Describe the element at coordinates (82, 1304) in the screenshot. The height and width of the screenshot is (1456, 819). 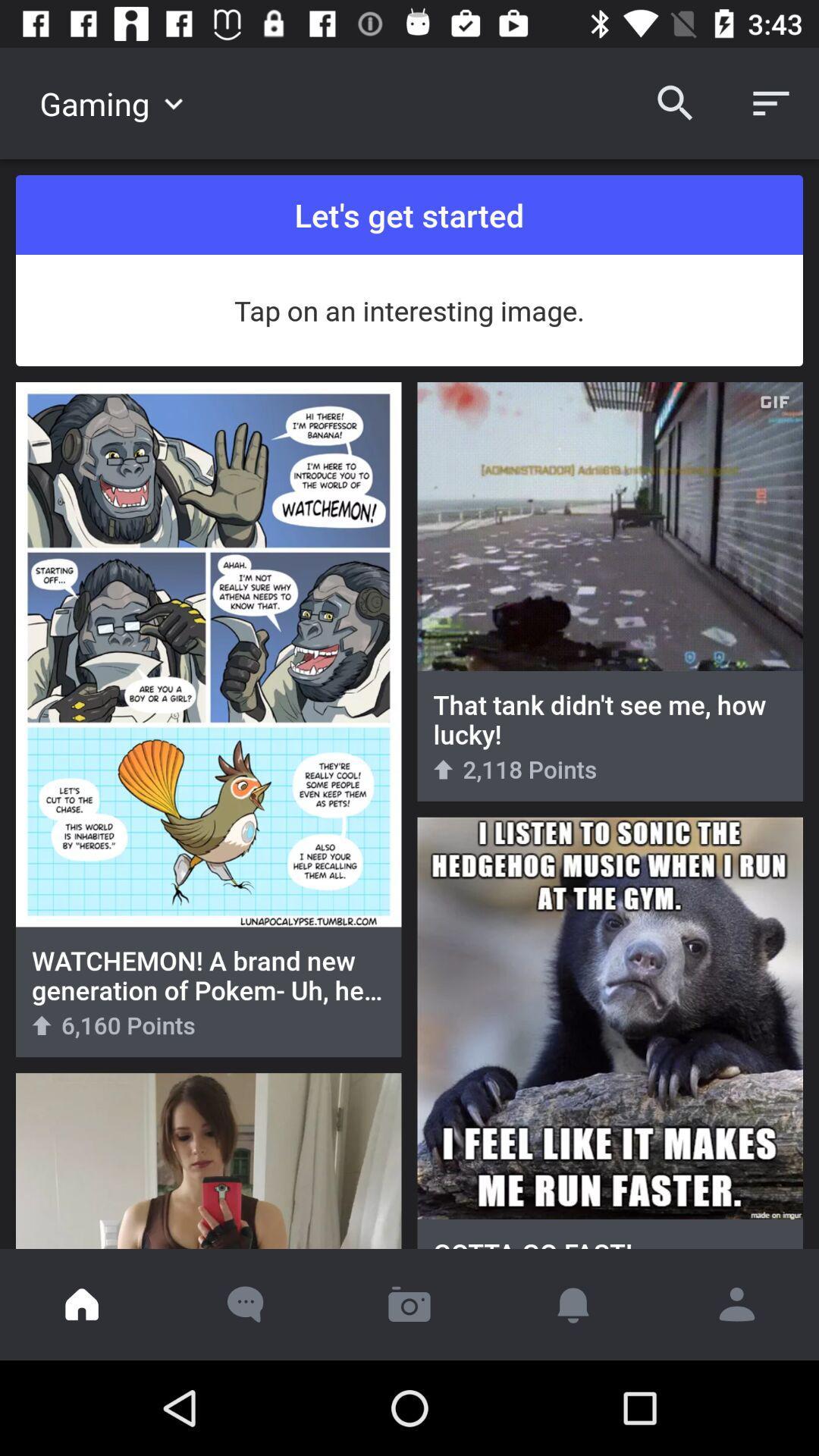
I see `the home icon` at that location.